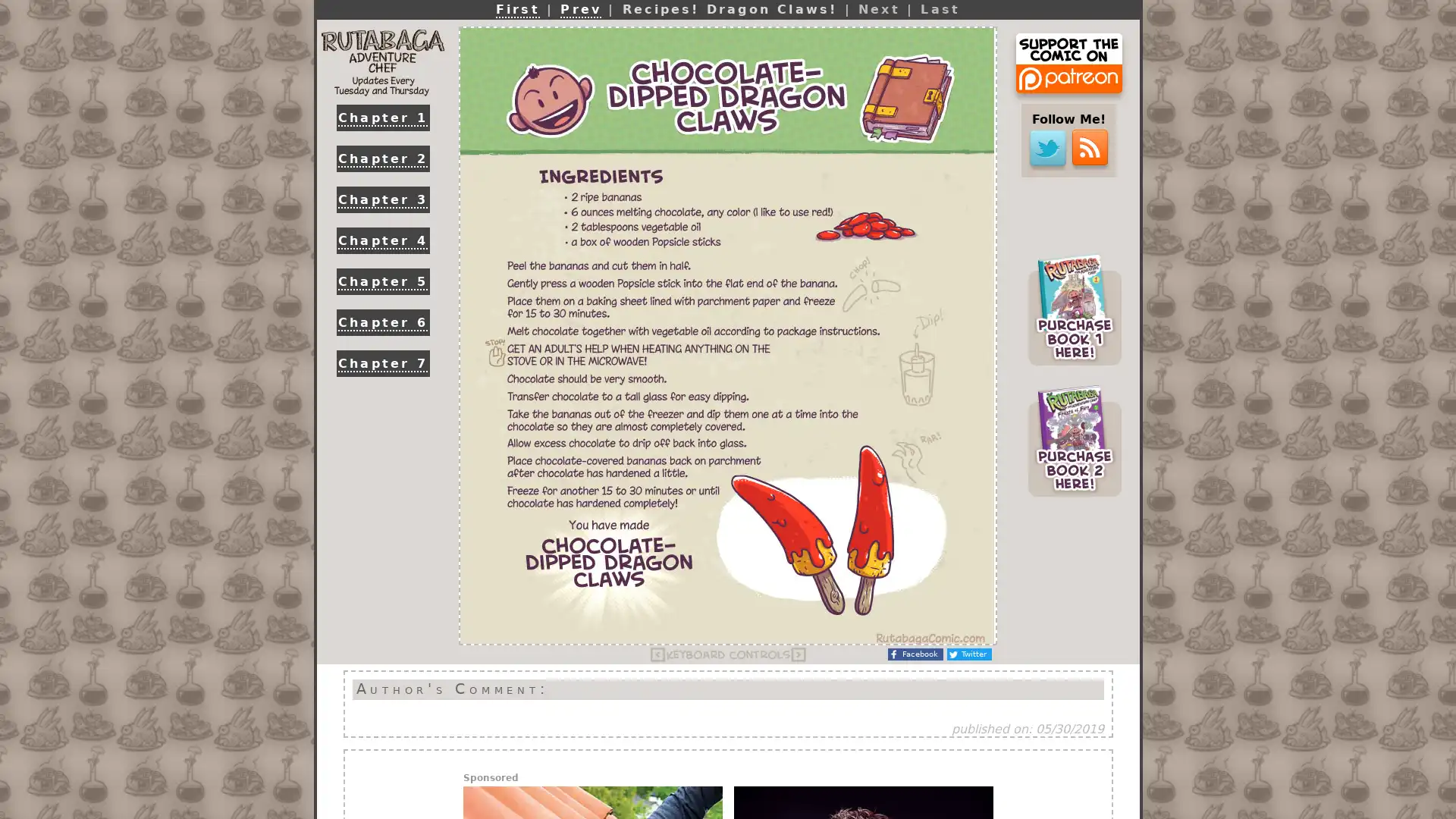  Describe the element at coordinates (968, 654) in the screenshot. I see `Share to TwitterTwitter` at that location.